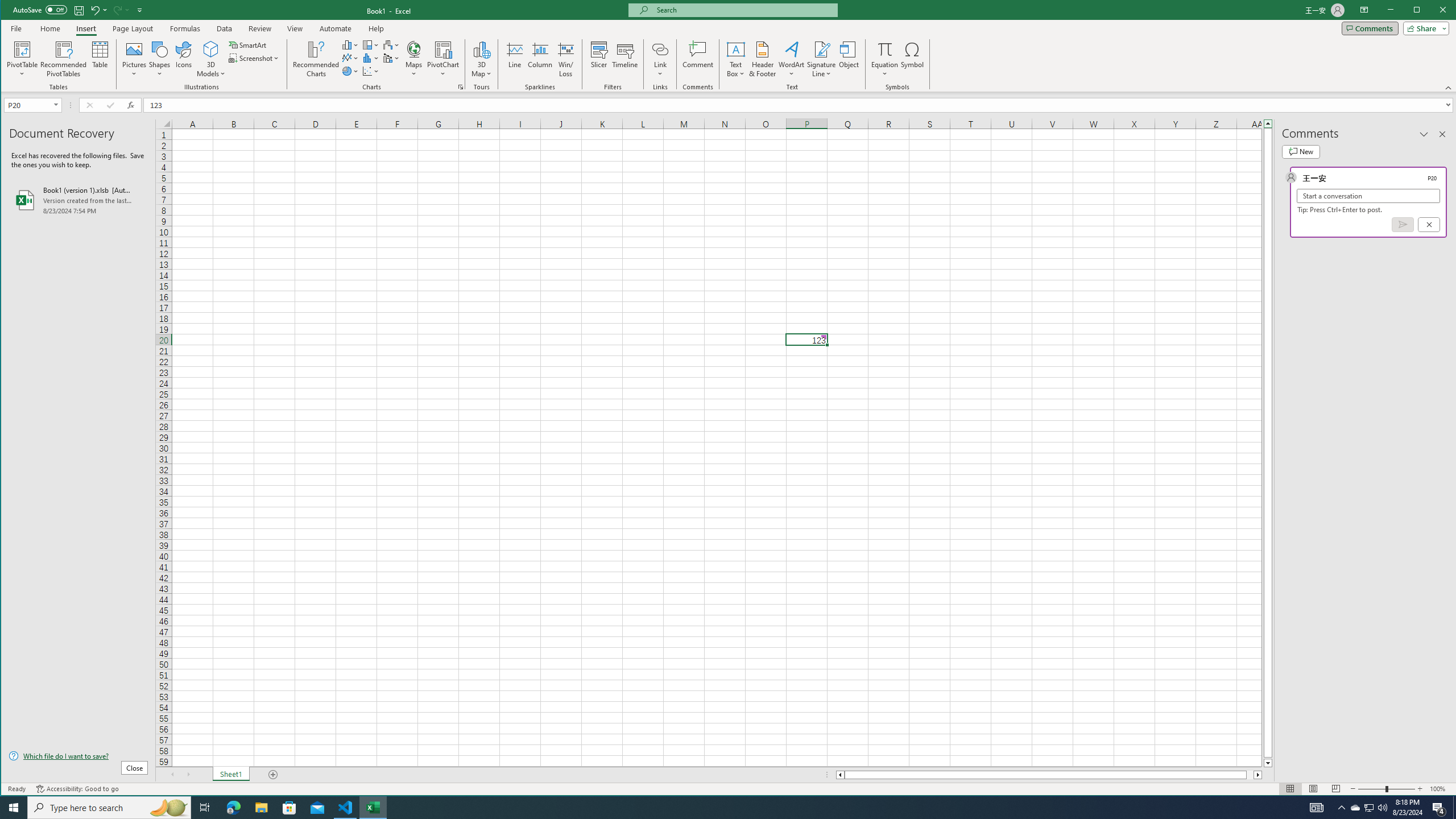 This screenshot has width=1456, height=819. What do you see at coordinates (167, 806) in the screenshot?
I see `'Search highlights icon opens search home window'` at bounding box center [167, 806].